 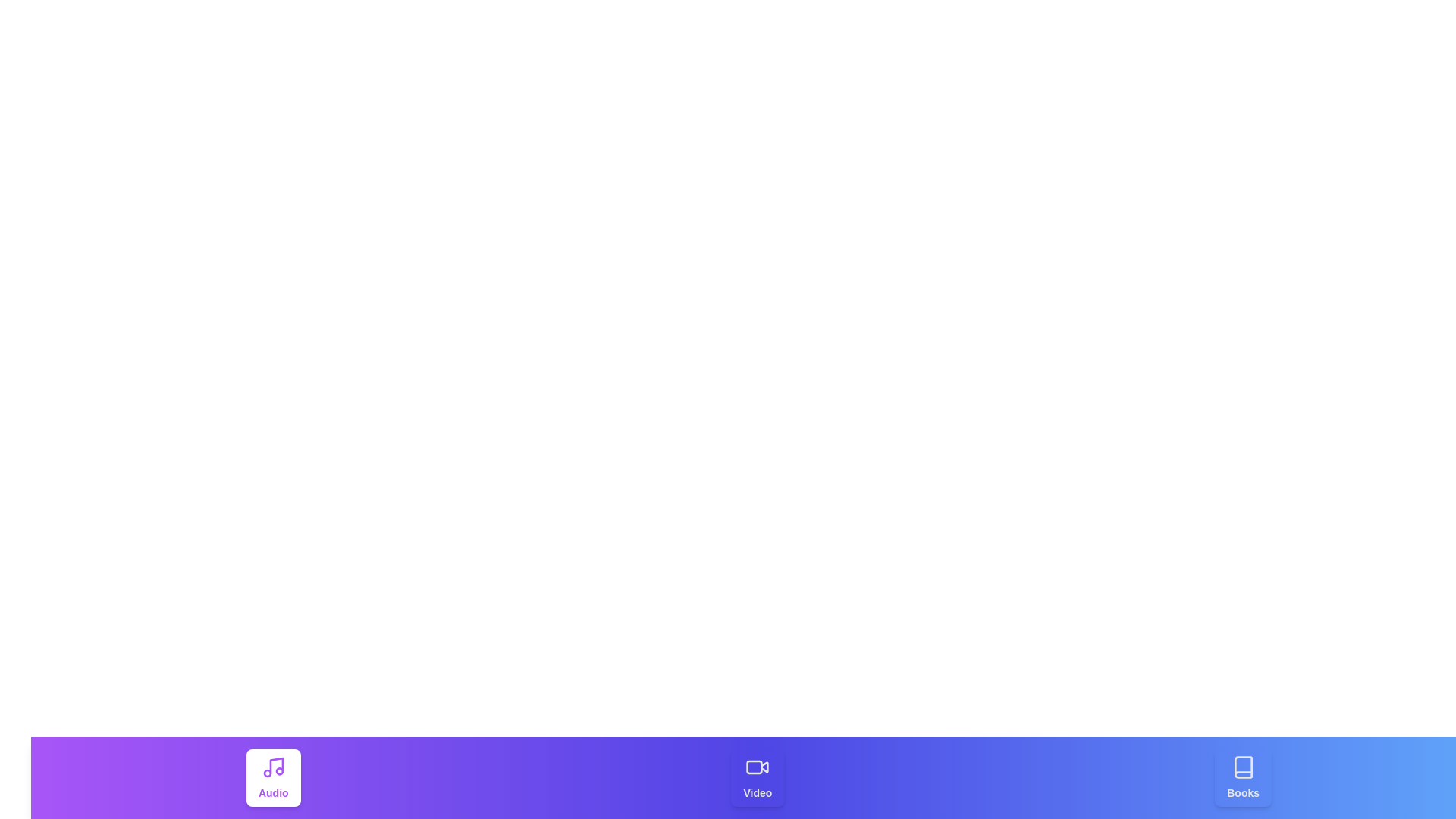 What do you see at coordinates (758, 778) in the screenshot?
I see `the 'Video' tab to select it` at bounding box center [758, 778].